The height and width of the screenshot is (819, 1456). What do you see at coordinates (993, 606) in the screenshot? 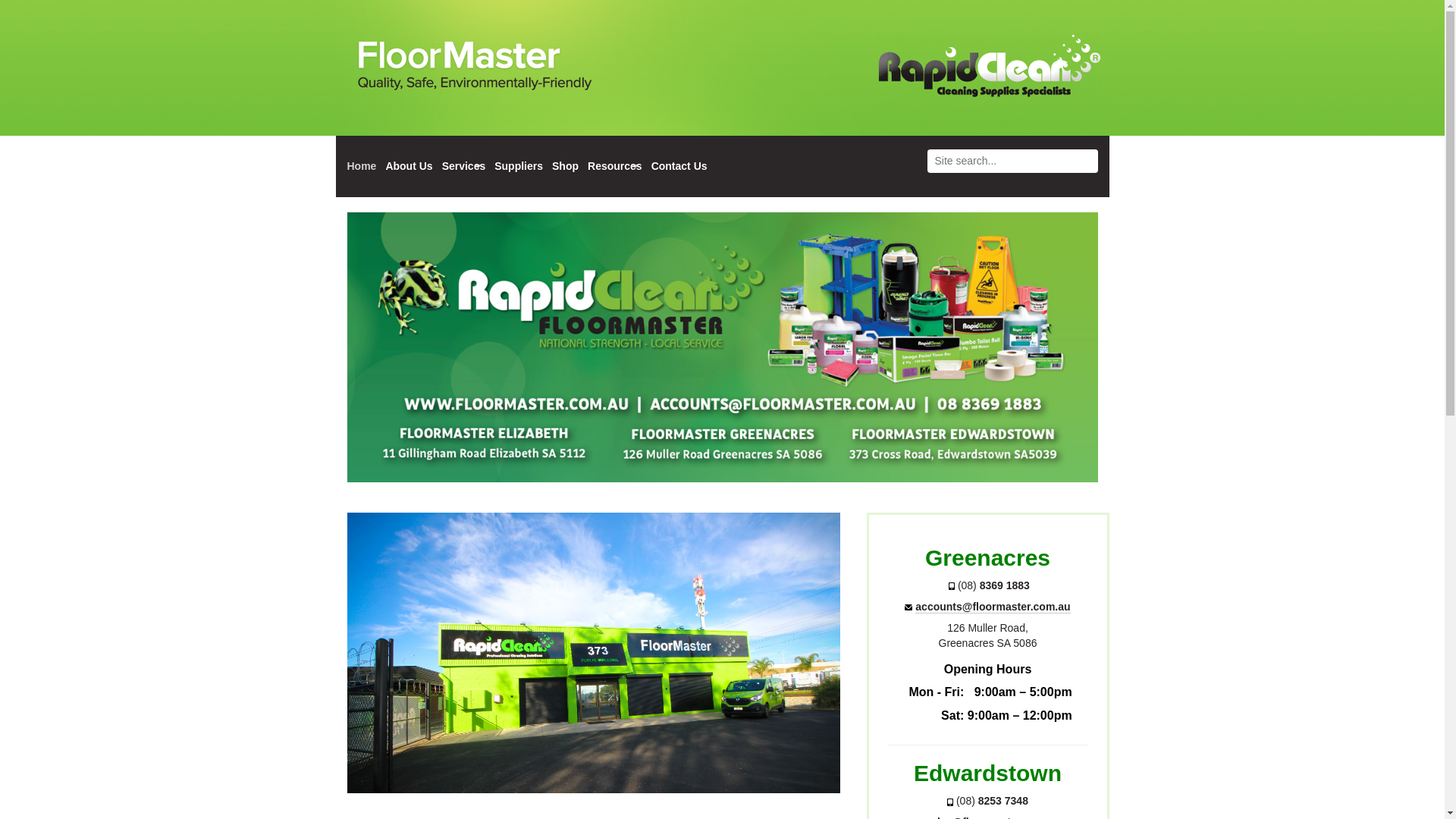
I see `'accounts@floormaster.com.au'` at bounding box center [993, 606].